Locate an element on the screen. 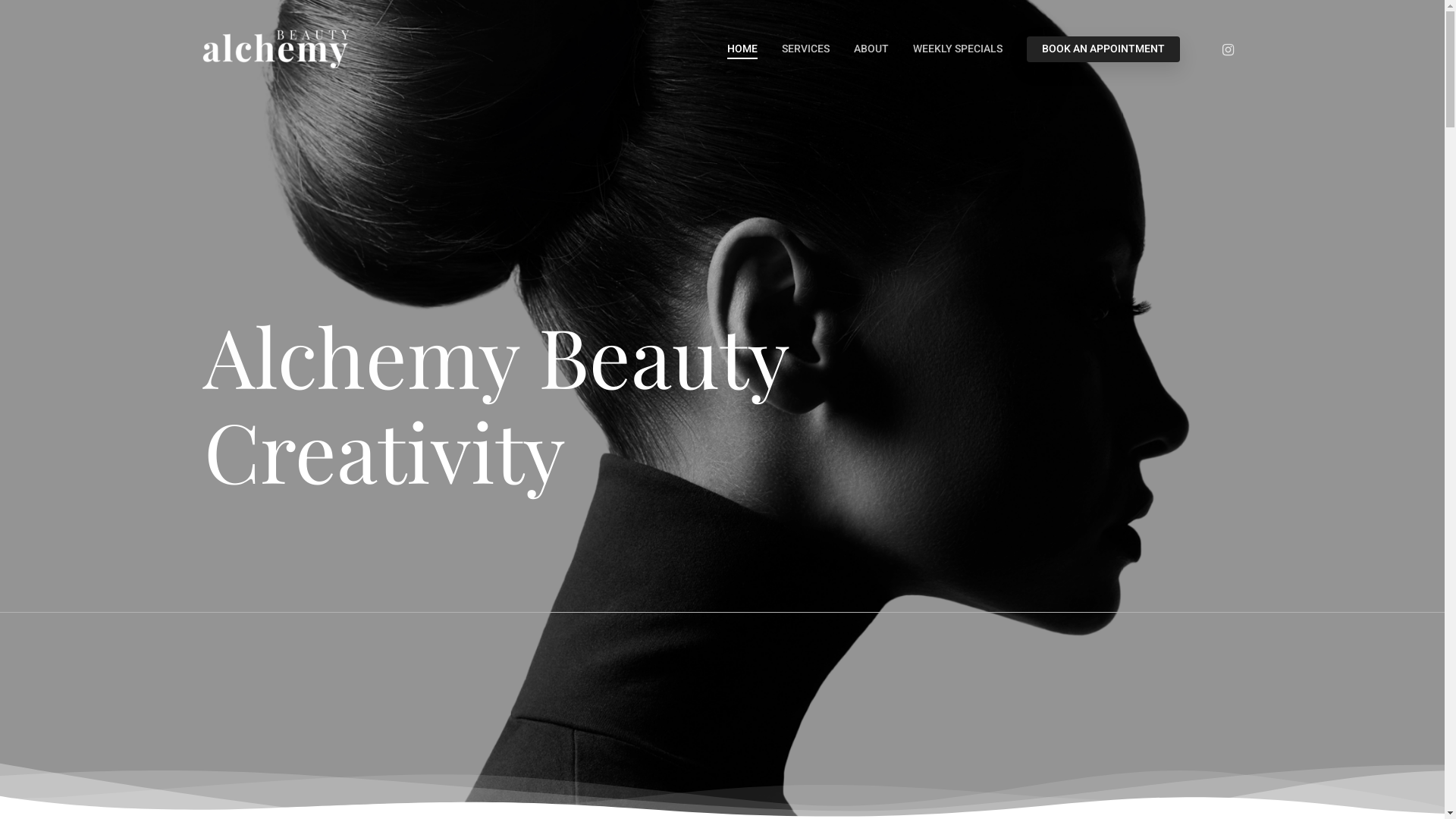  'BOOK AN APPOINTMENT' is located at coordinates (1026, 49).